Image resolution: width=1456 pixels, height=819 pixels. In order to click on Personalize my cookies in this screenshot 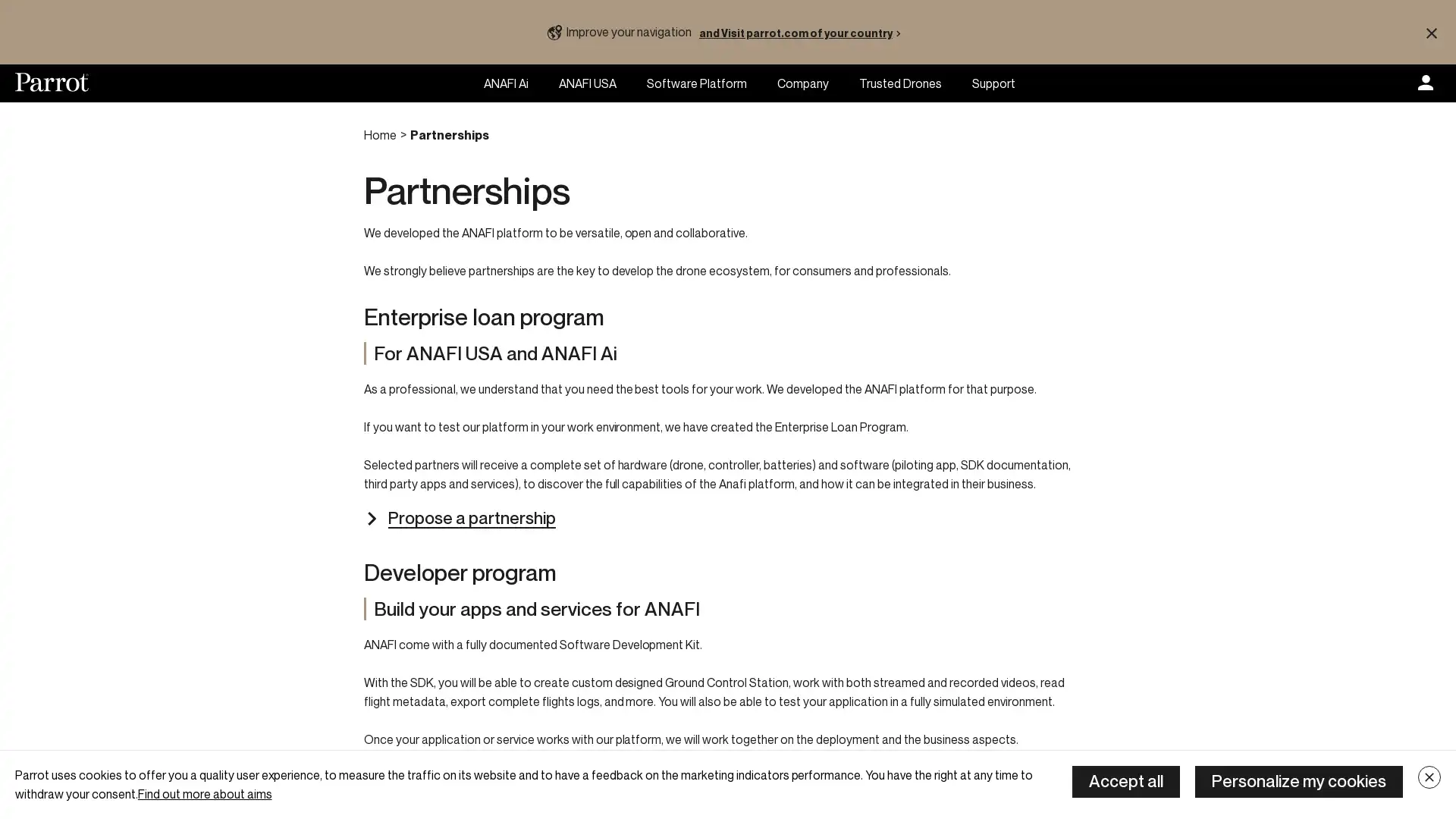, I will do `click(1298, 781)`.